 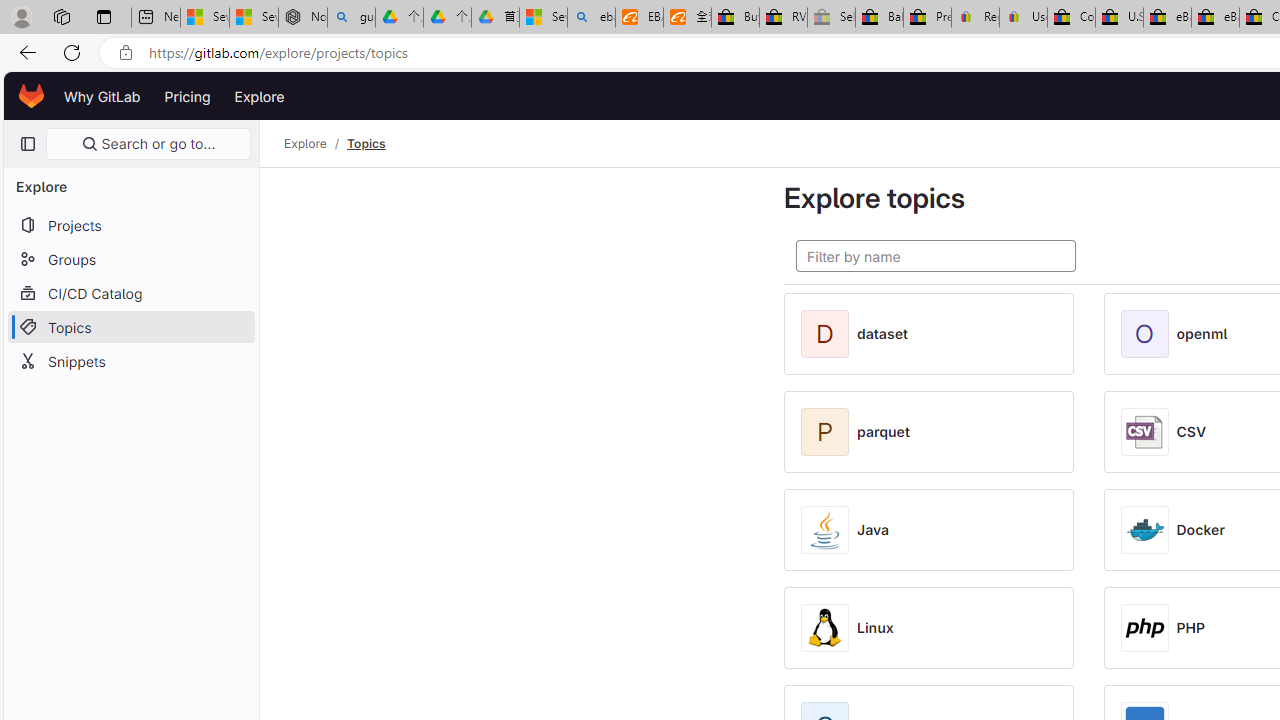 I want to click on 'openml', so click(x=1200, y=333).